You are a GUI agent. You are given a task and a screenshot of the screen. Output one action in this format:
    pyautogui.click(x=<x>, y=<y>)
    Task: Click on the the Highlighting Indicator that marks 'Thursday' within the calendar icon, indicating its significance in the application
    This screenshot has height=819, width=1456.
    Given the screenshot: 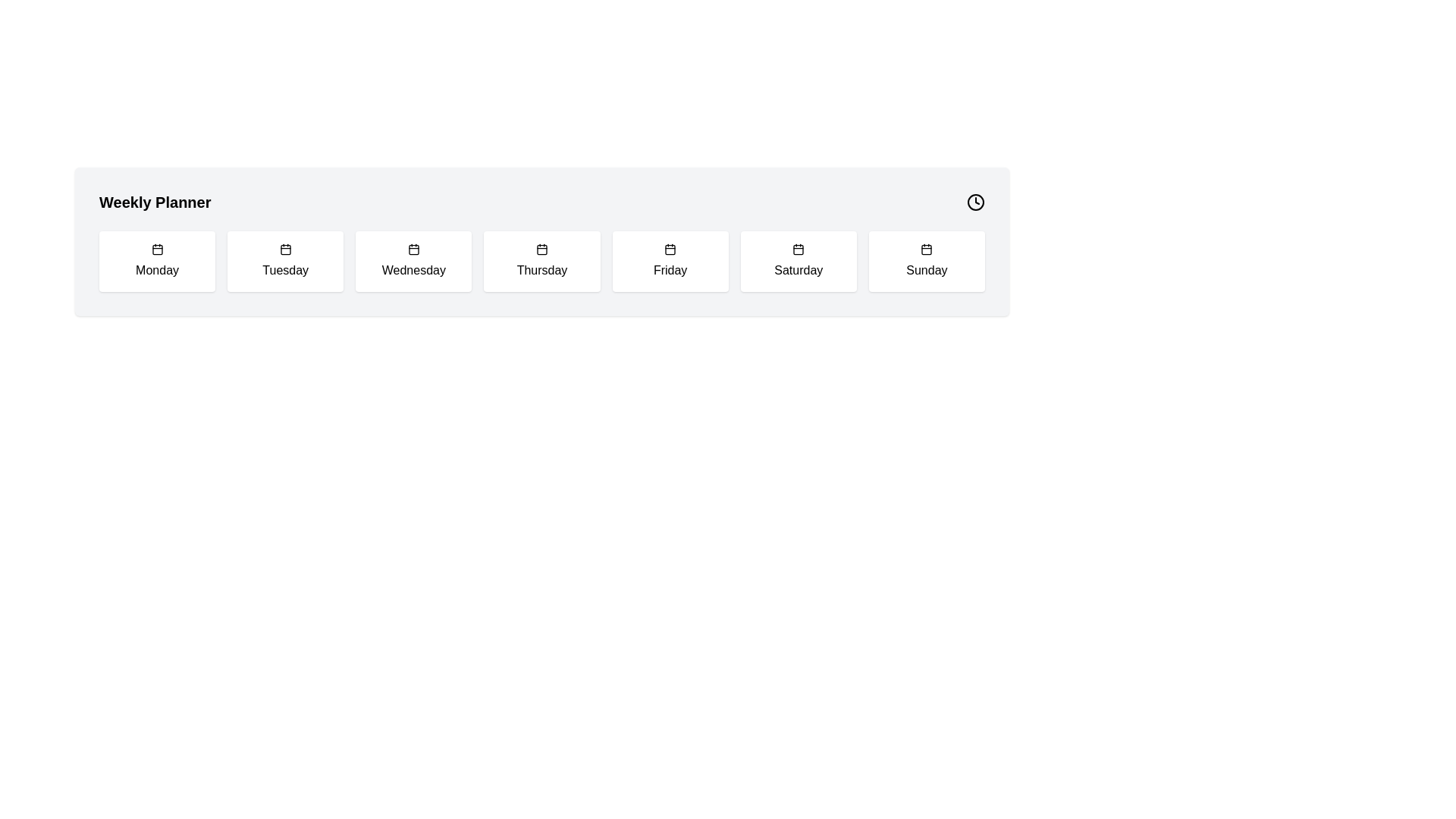 What is the action you would take?
    pyautogui.click(x=542, y=249)
    